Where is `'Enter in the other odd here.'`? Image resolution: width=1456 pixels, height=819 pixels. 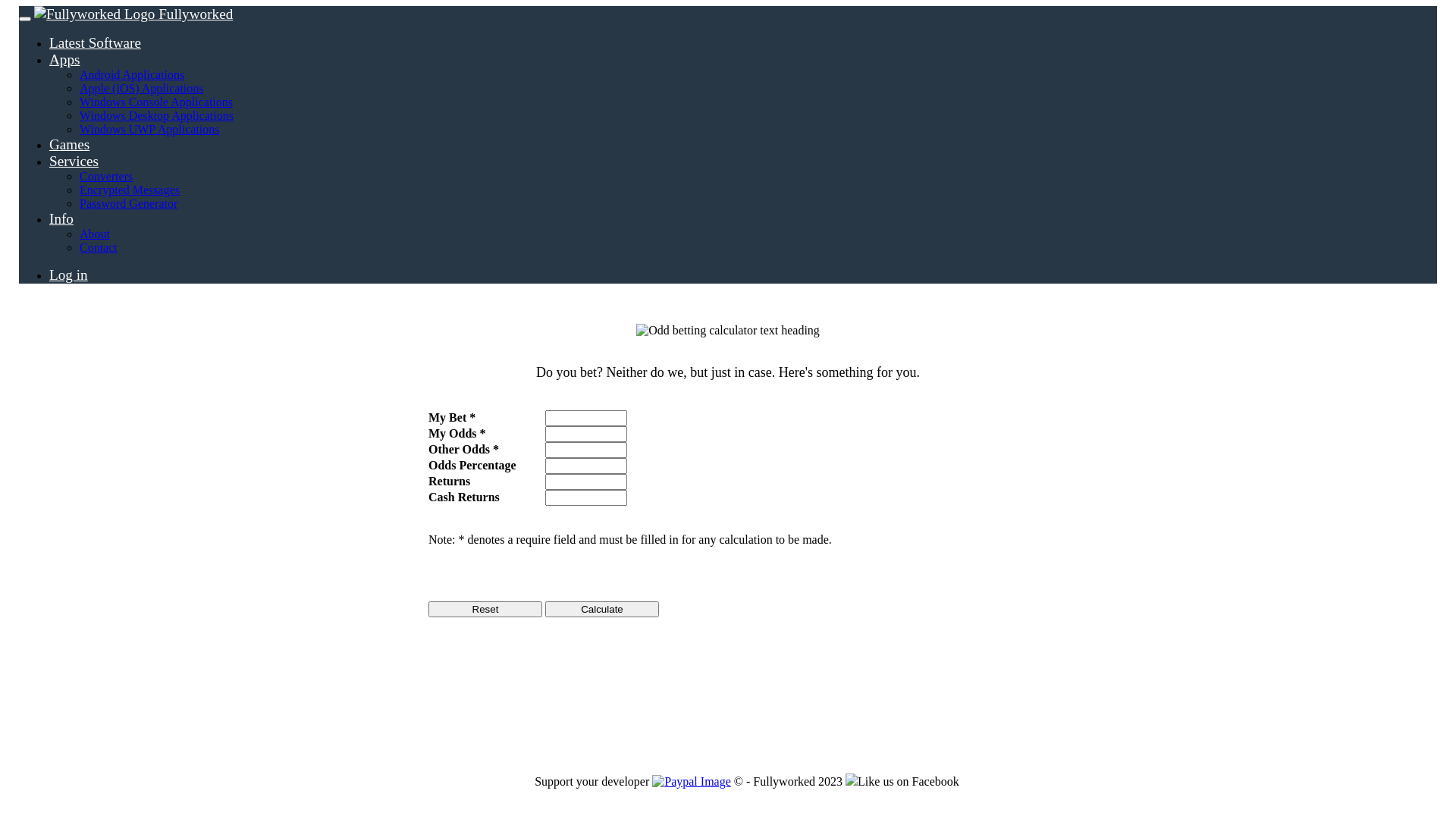
'Enter in the other odd here.' is located at coordinates (585, 449).